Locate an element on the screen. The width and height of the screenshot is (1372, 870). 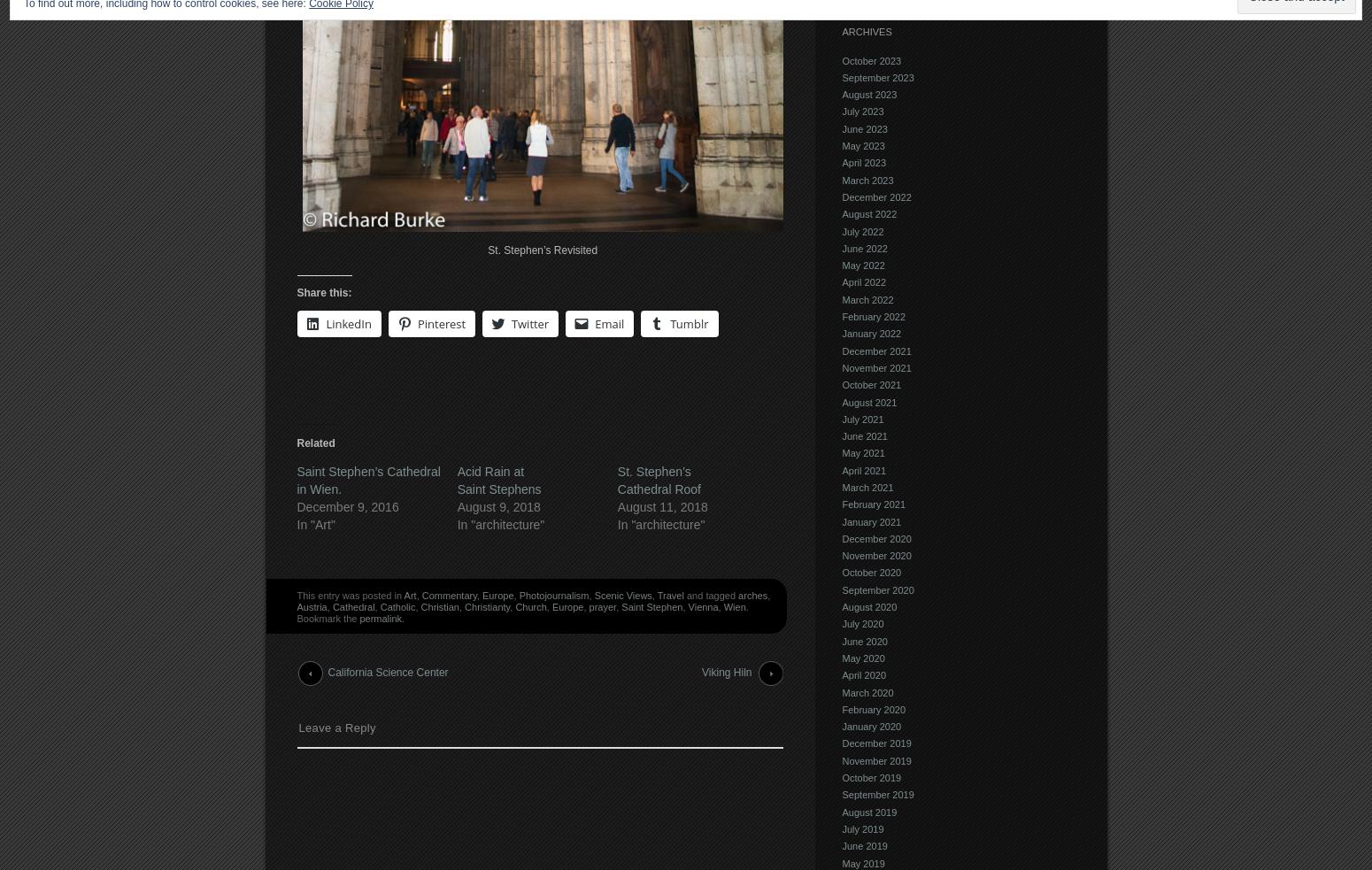
'July 2022' is located at coordinates (861, 230).